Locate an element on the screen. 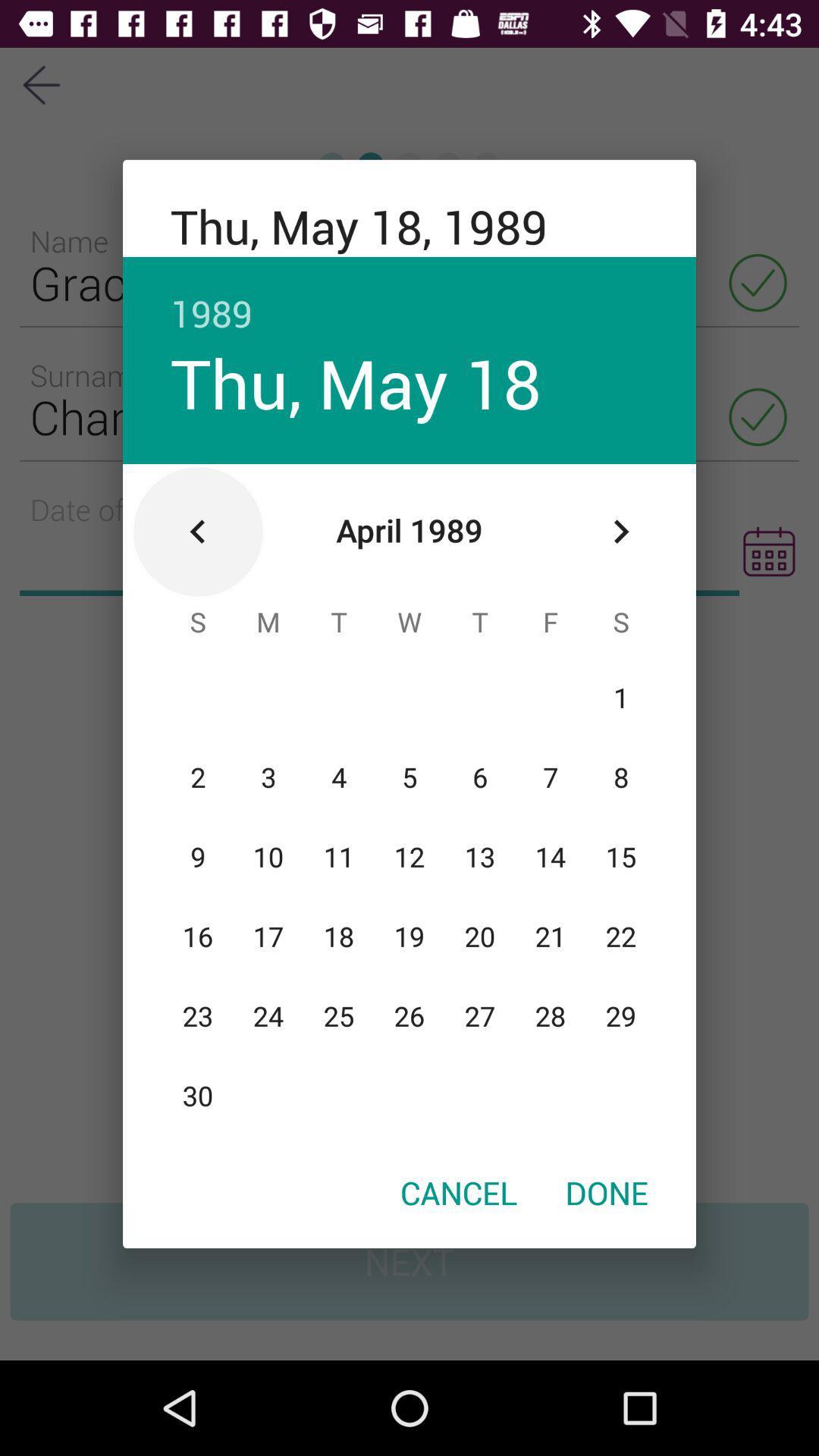  the item on the left is located at coordinates (197, 532).